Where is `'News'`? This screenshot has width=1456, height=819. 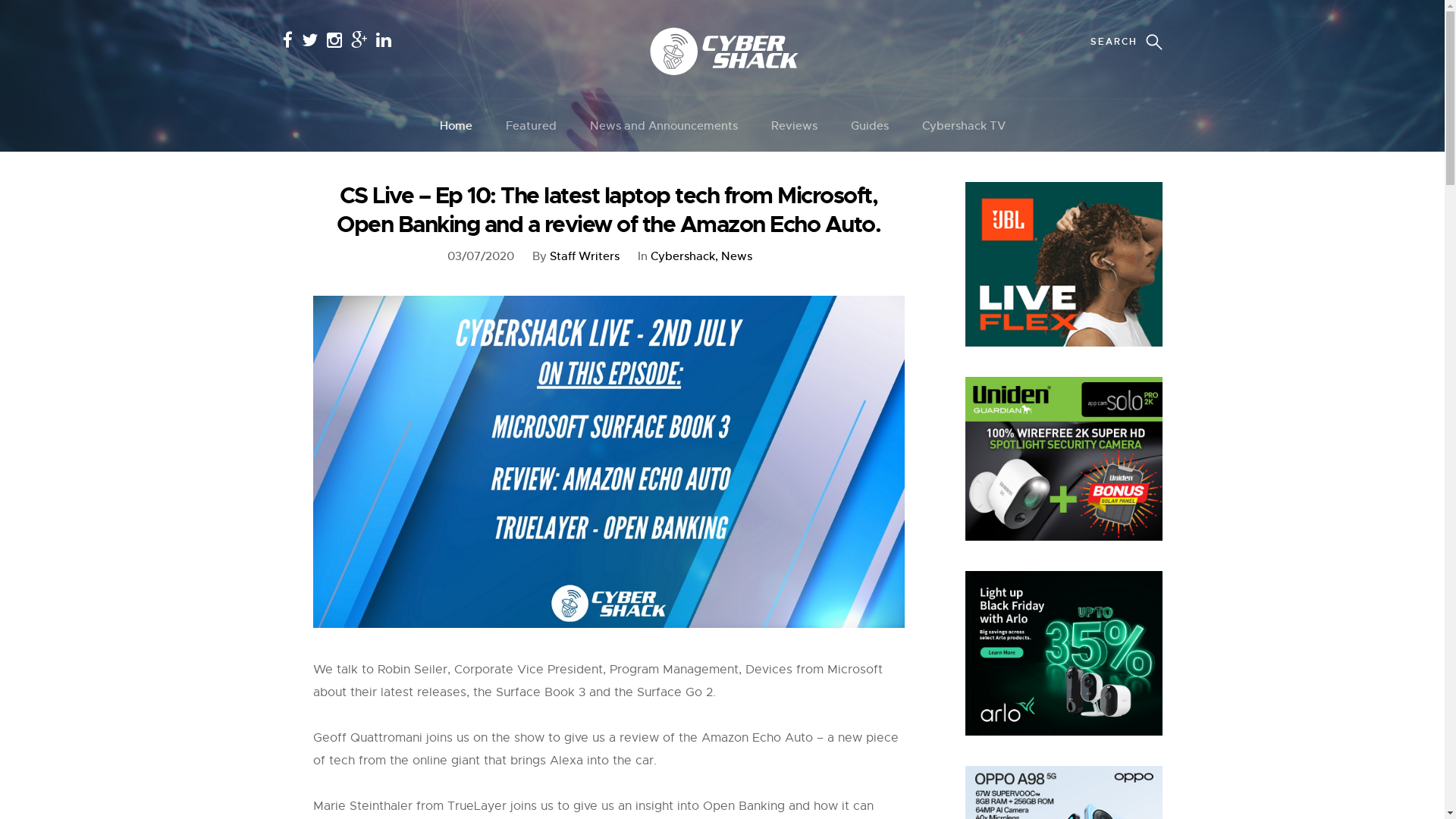
'News' is located at coordinates (736, 255).